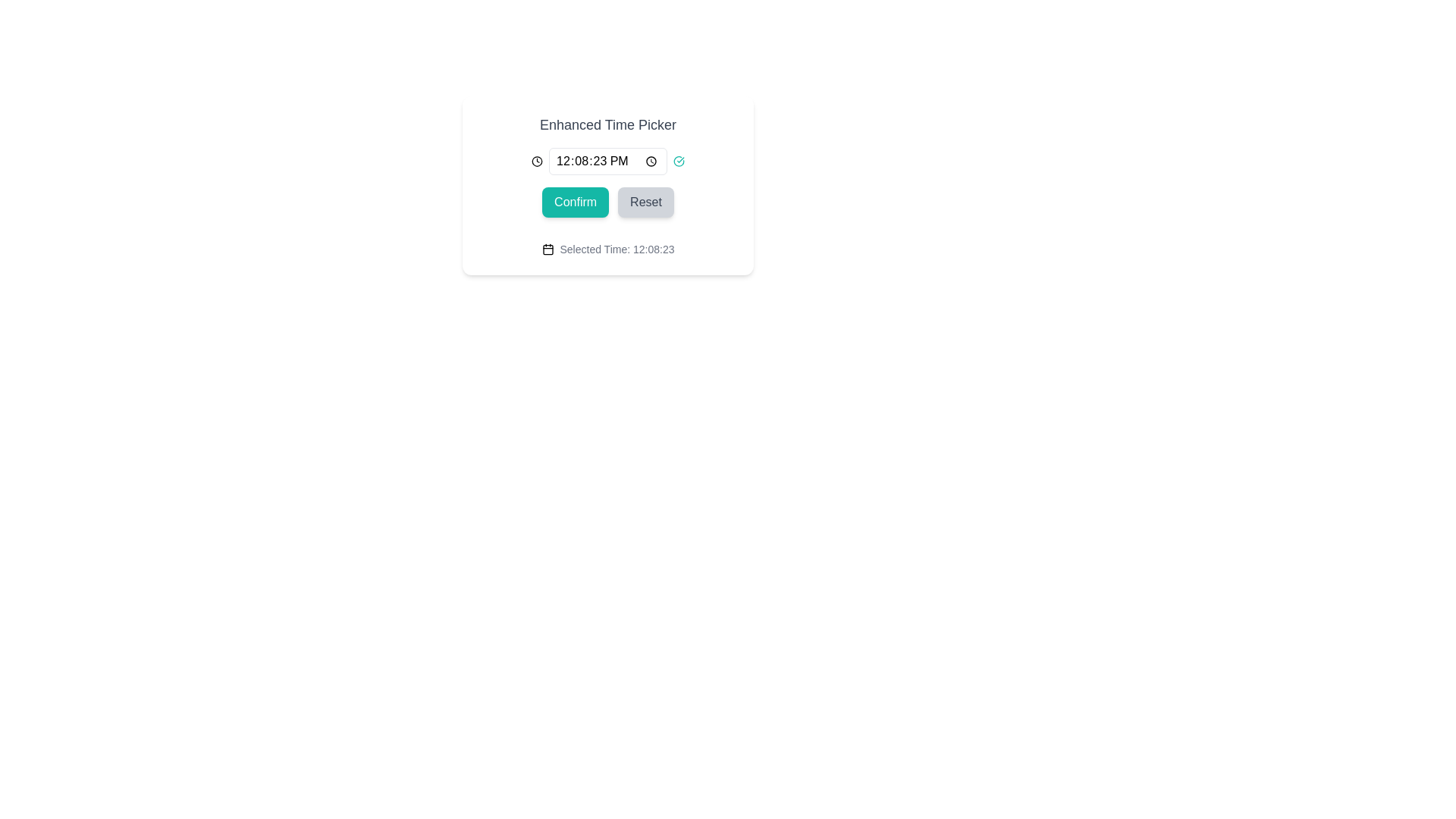  What do you see at coordinates (607, 185) in the screenshot?
I see `the rectangular interactive button with a teal background and white 'Confirm' text centered within it, located directly below the time input field in the 'Enhanced Time Picker' dialog` at bounding box center [607, 185].